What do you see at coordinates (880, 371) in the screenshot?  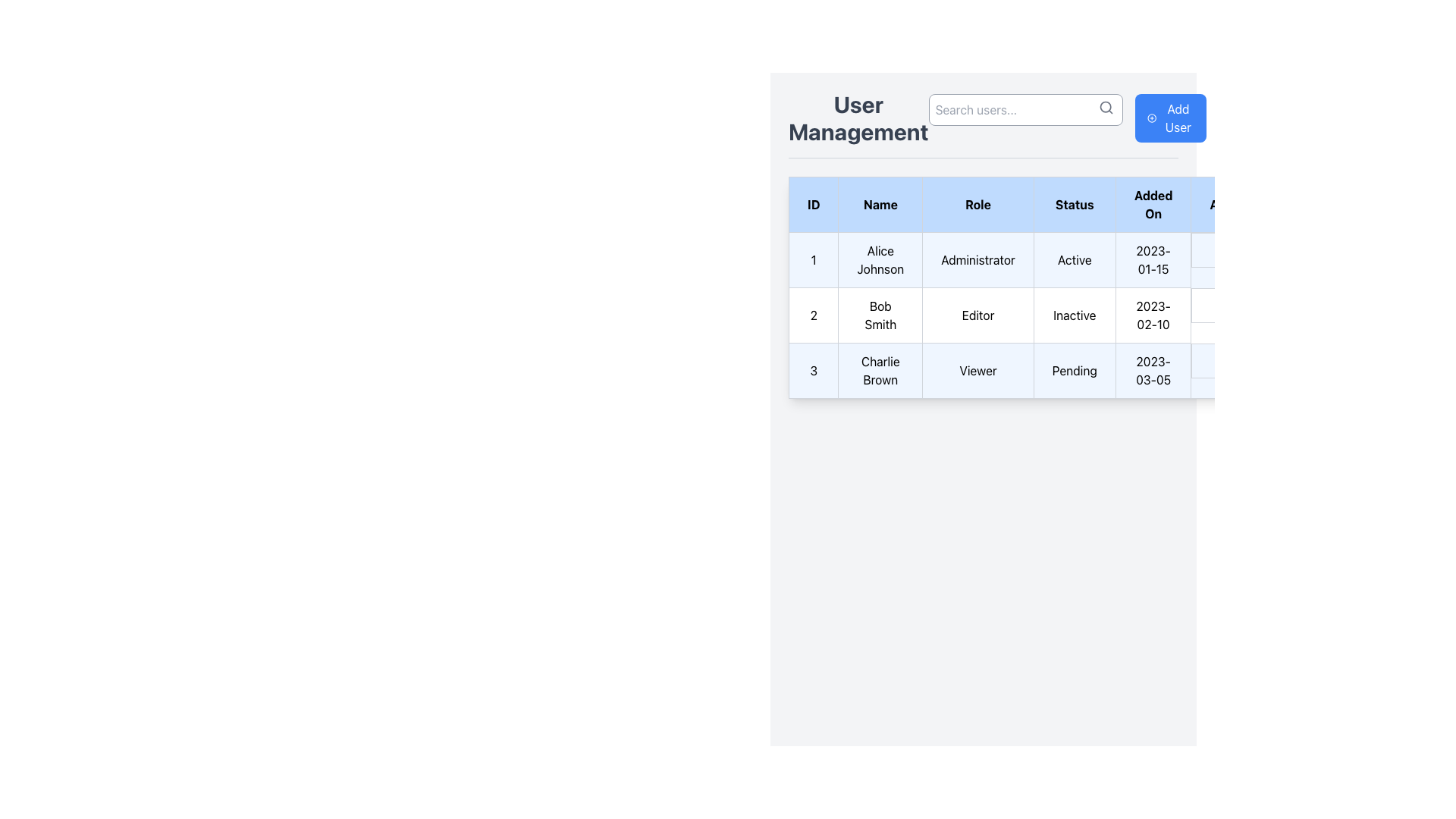 I see `text 'Charlie Brown' from the table cell in the 'User Management' interface located in the second column of the third row` at bounding box center [880, 371].